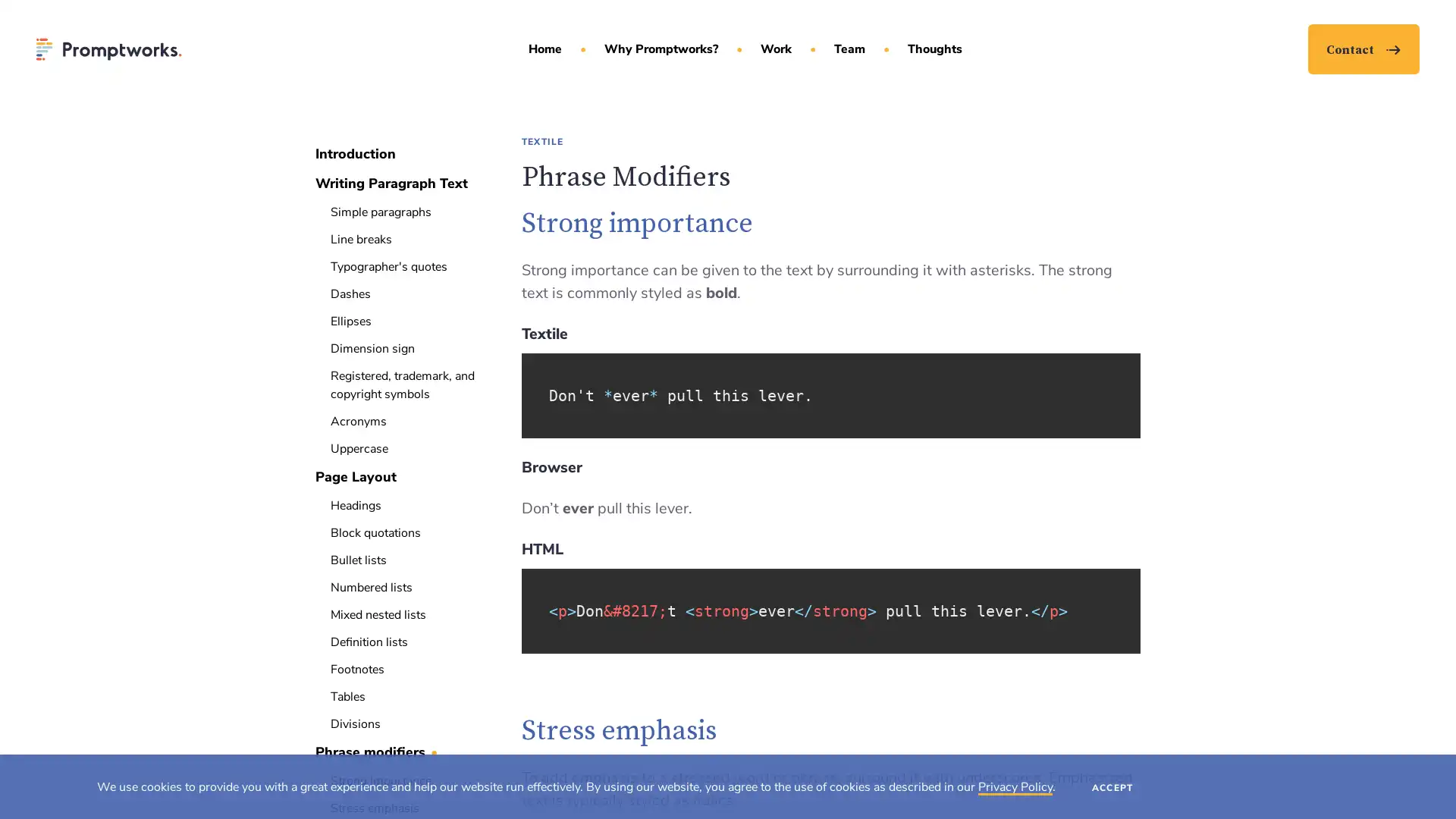 This screenshot has width=1456, height=819. What do you see at coordinates (1112, 786) in the screenshot?
I see `ACCEPT` at bounding box center [1112, 786].